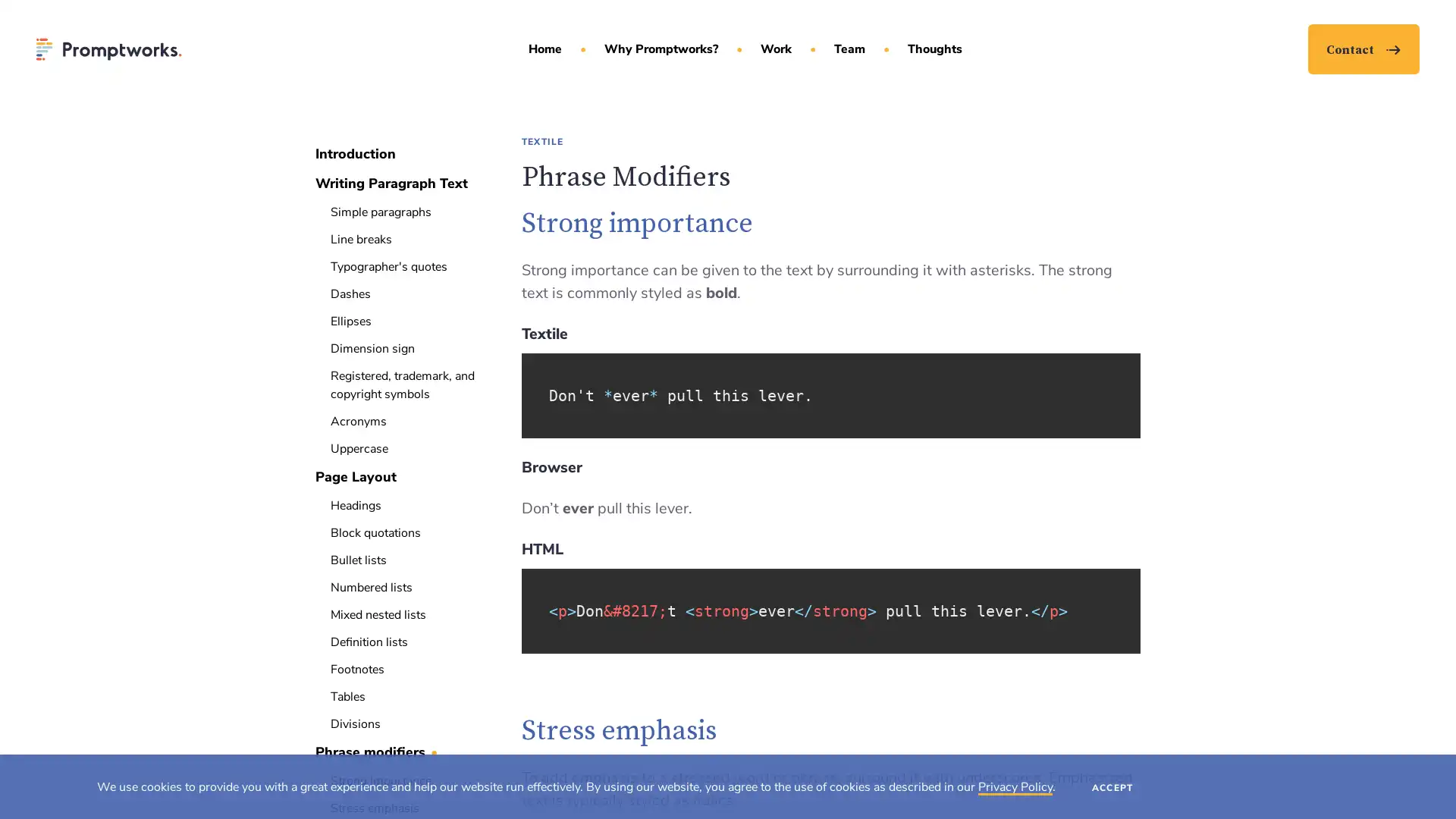 This screenshot has width=1456, height=819. What do you see at coordinates (1112, 786) in the screenshot?
I see `ACCEPT` at bounding box center [1112, 786].